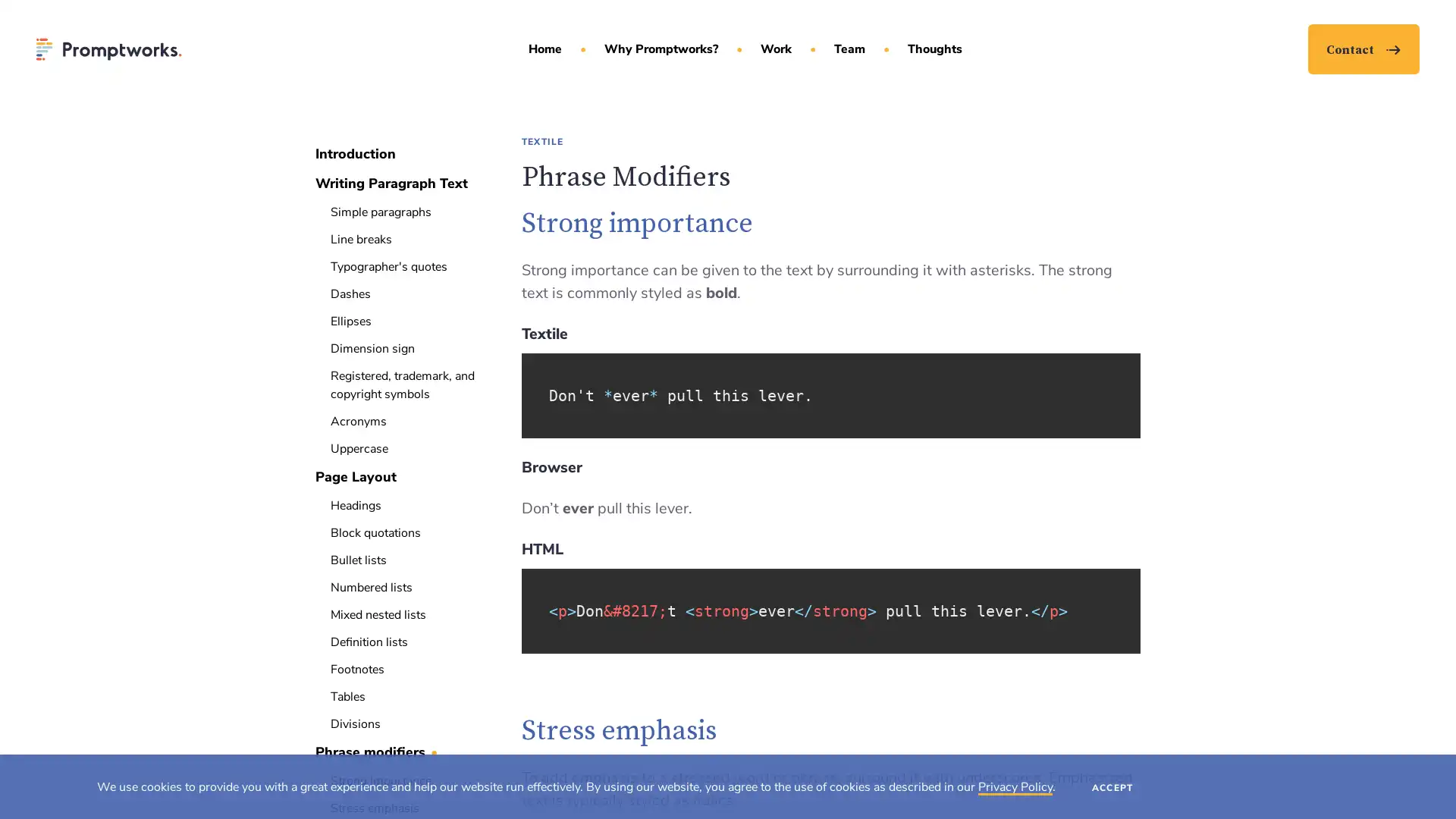 This screenshot has width=1456, height=819. What do you see at coordinates (1112, 786) in the screenshot?
I see `ACCEPT` at bounding box center [1112, 786].